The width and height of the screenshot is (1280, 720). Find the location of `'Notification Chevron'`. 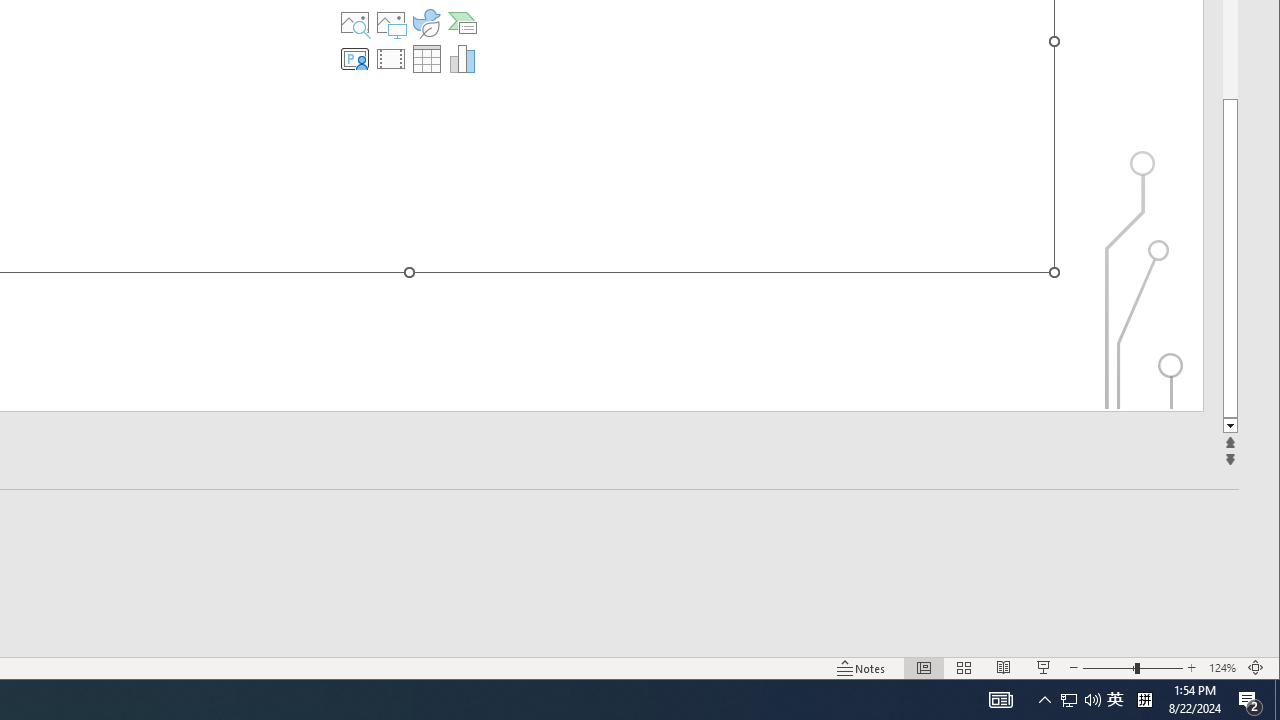

'Notification Chevron' is located at coordinates (1044, 698).